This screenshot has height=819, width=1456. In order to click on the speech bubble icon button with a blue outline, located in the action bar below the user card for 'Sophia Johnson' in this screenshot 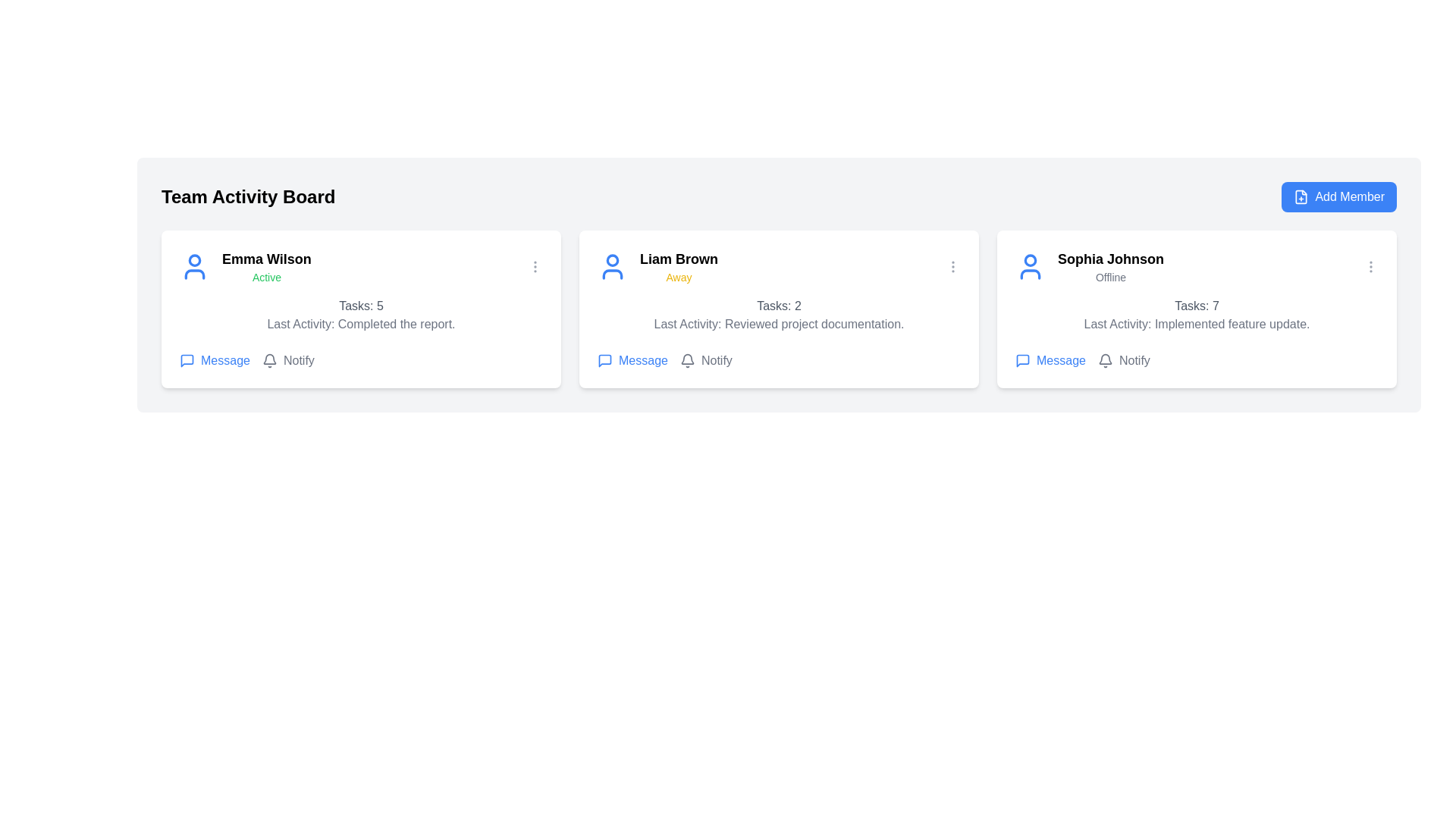, I will do `click(1022, 360)`.